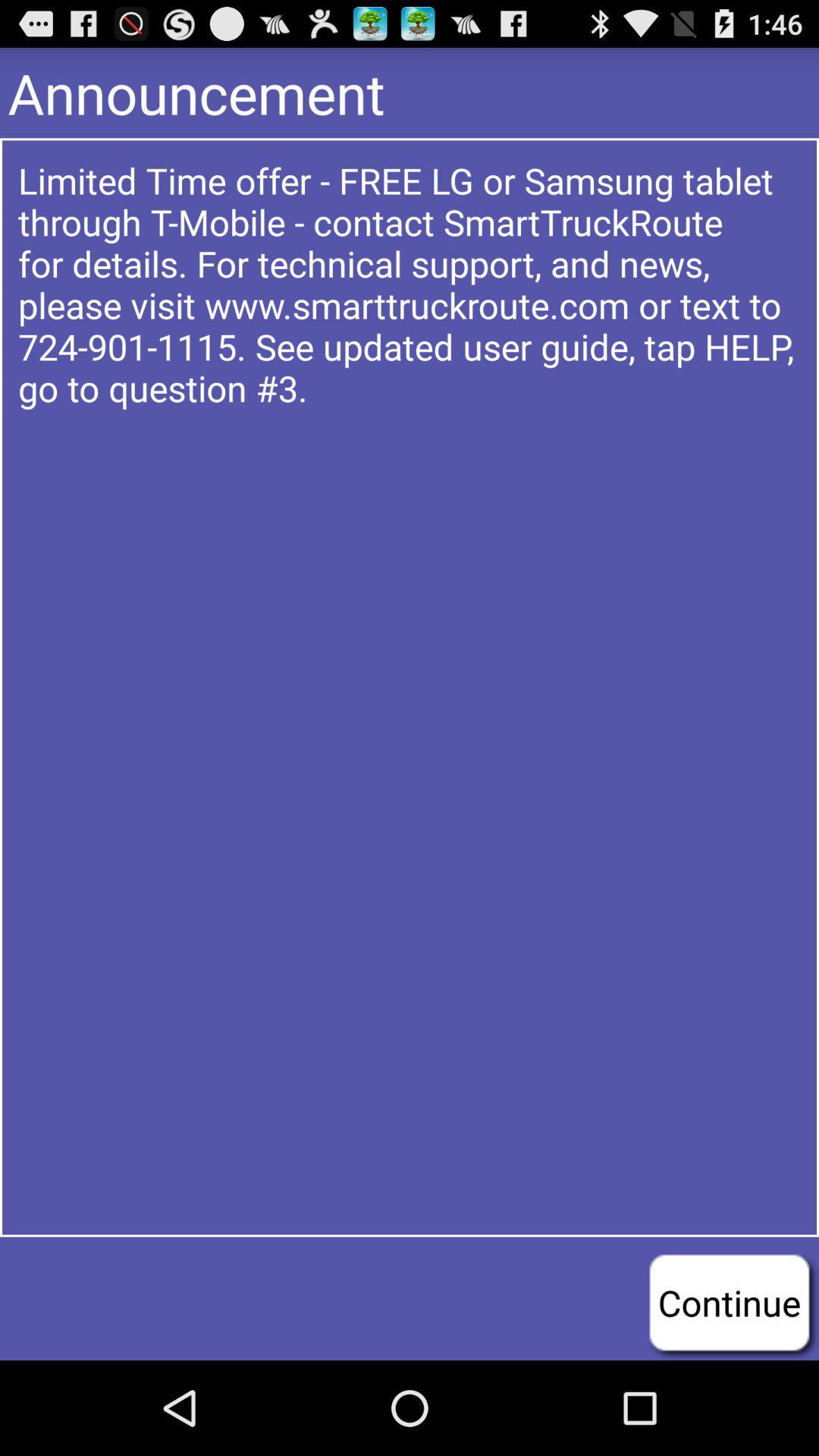  I want to click on continue, so click(728, 1301).